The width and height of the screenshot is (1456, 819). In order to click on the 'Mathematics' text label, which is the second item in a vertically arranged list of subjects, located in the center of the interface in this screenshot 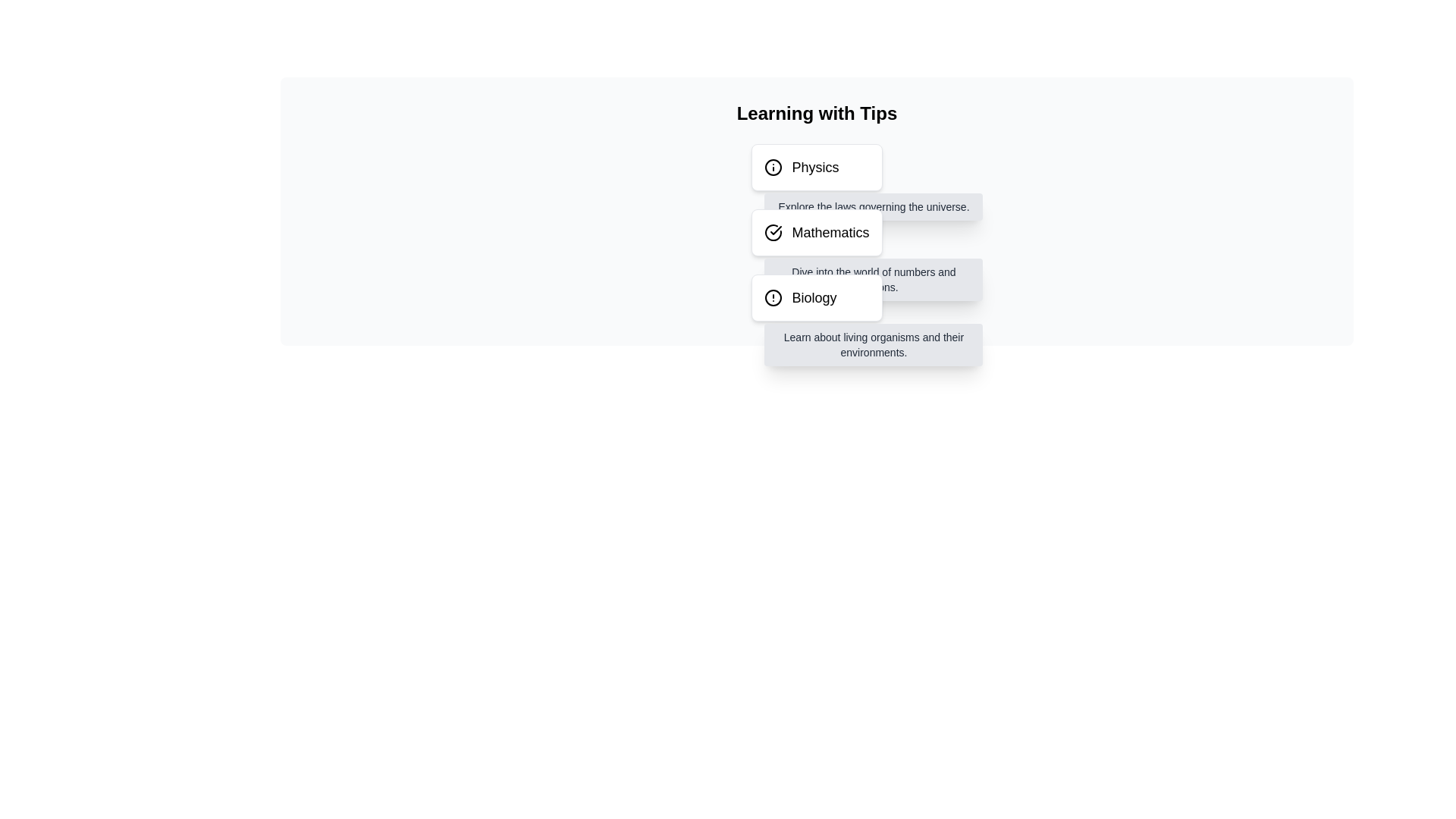, I will do `click(830, 233)`.